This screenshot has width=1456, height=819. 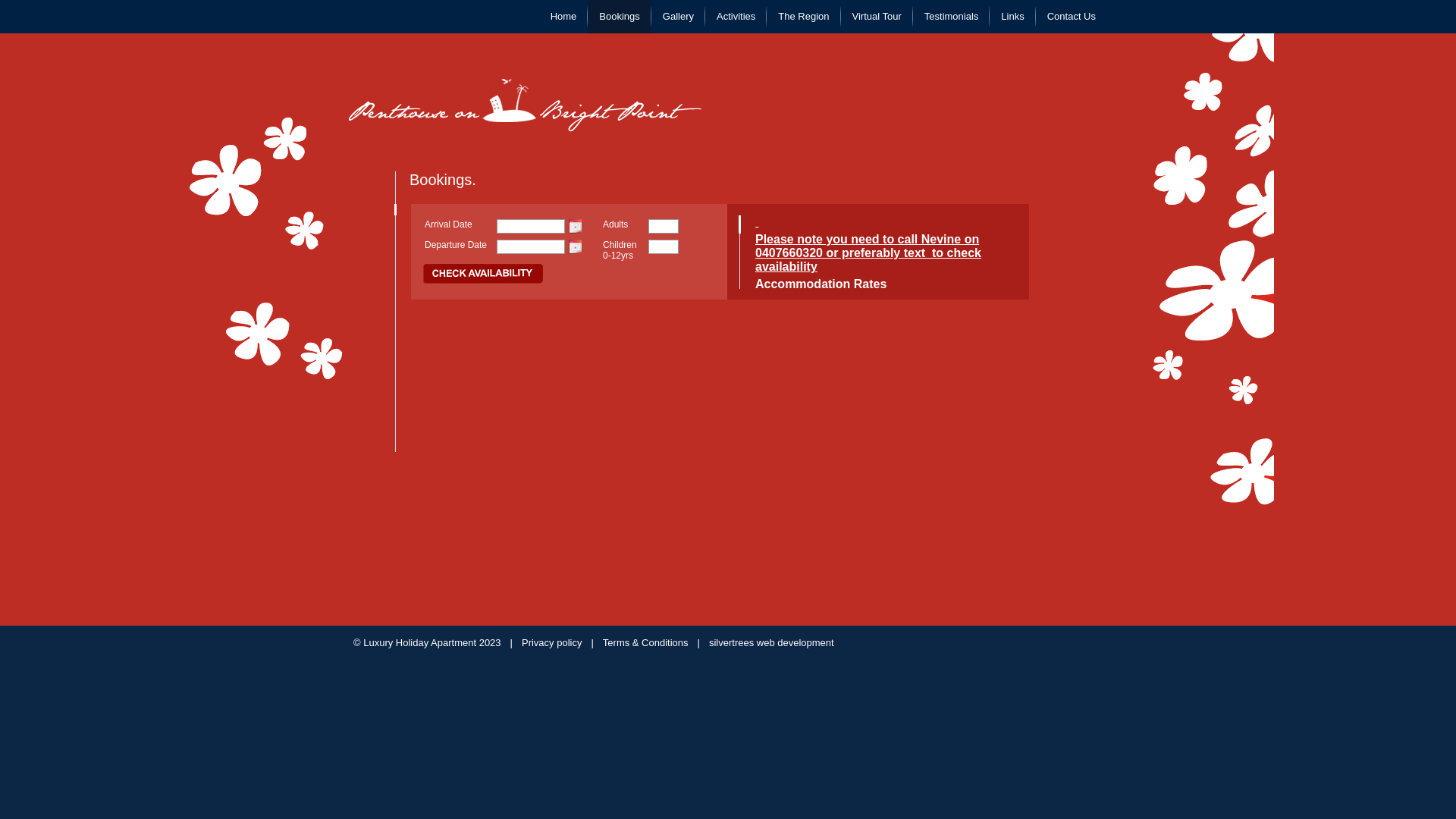 I want to click on 'Penthouse on Bright Point', so click(x=525, y=104).